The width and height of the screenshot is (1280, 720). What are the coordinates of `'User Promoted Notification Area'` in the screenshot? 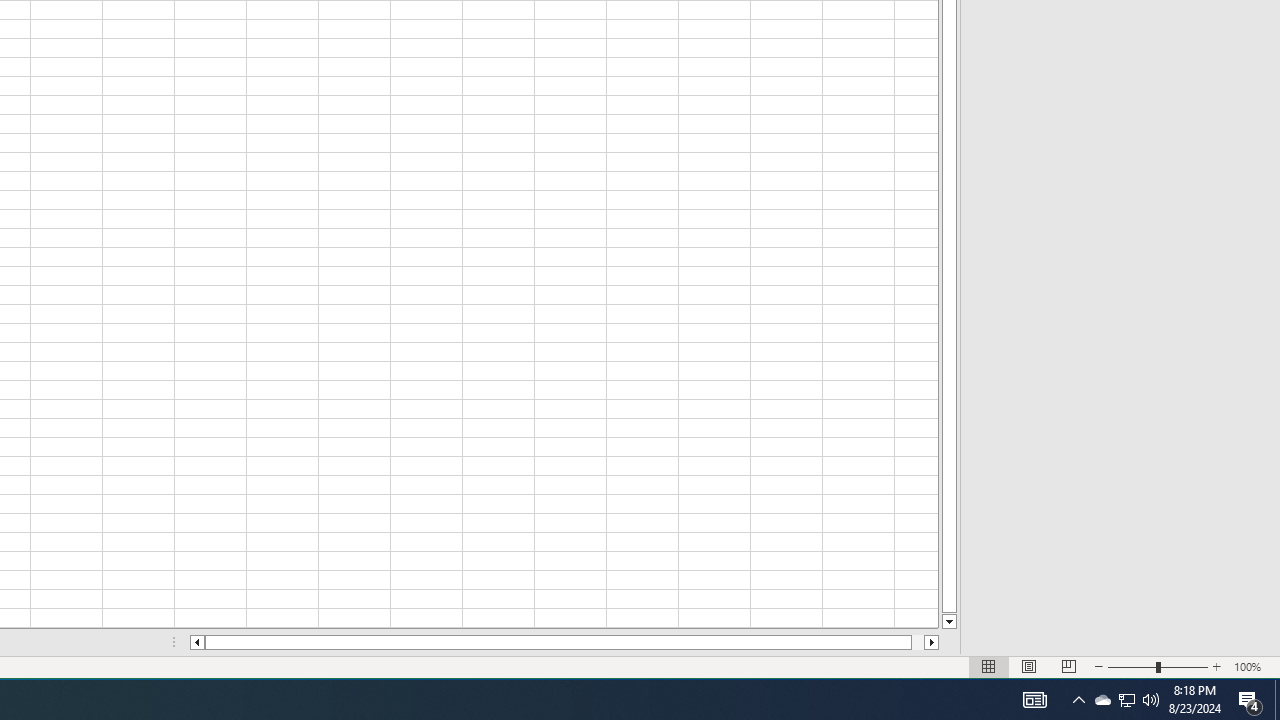 It's located at (1127, 698).